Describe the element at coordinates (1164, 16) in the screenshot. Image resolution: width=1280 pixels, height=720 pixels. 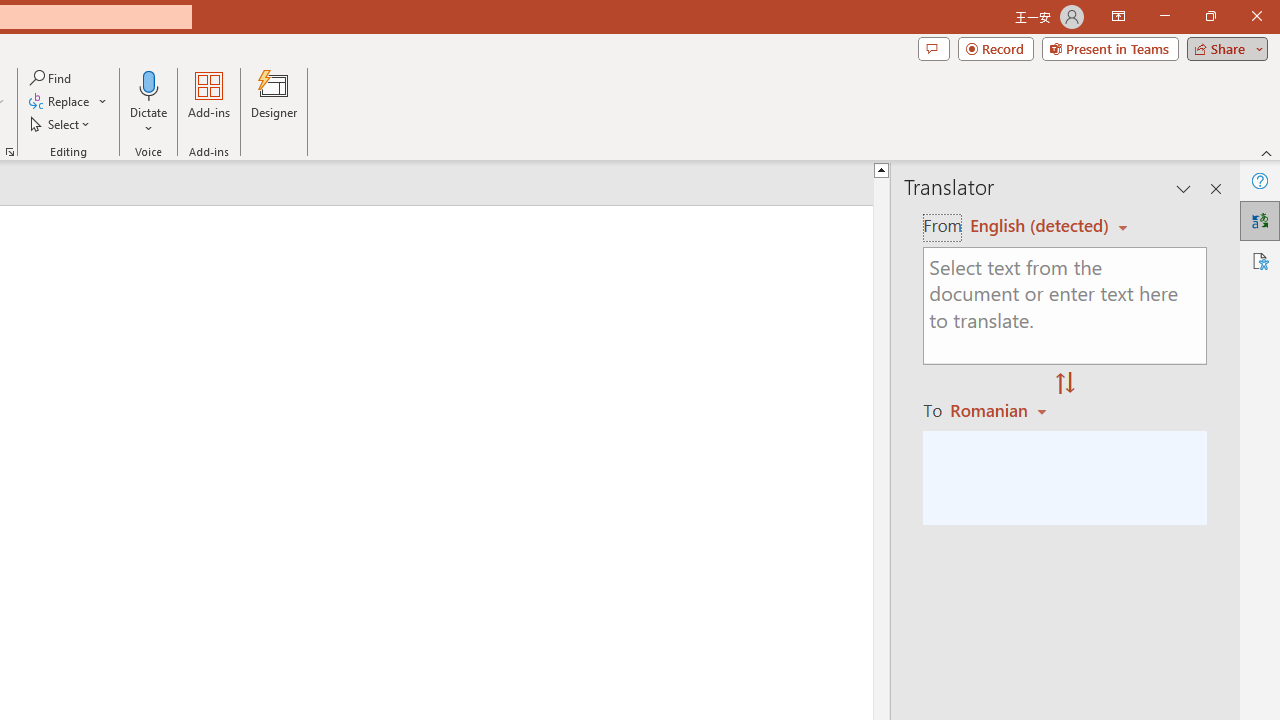
I see `'Minimize'` at that location.